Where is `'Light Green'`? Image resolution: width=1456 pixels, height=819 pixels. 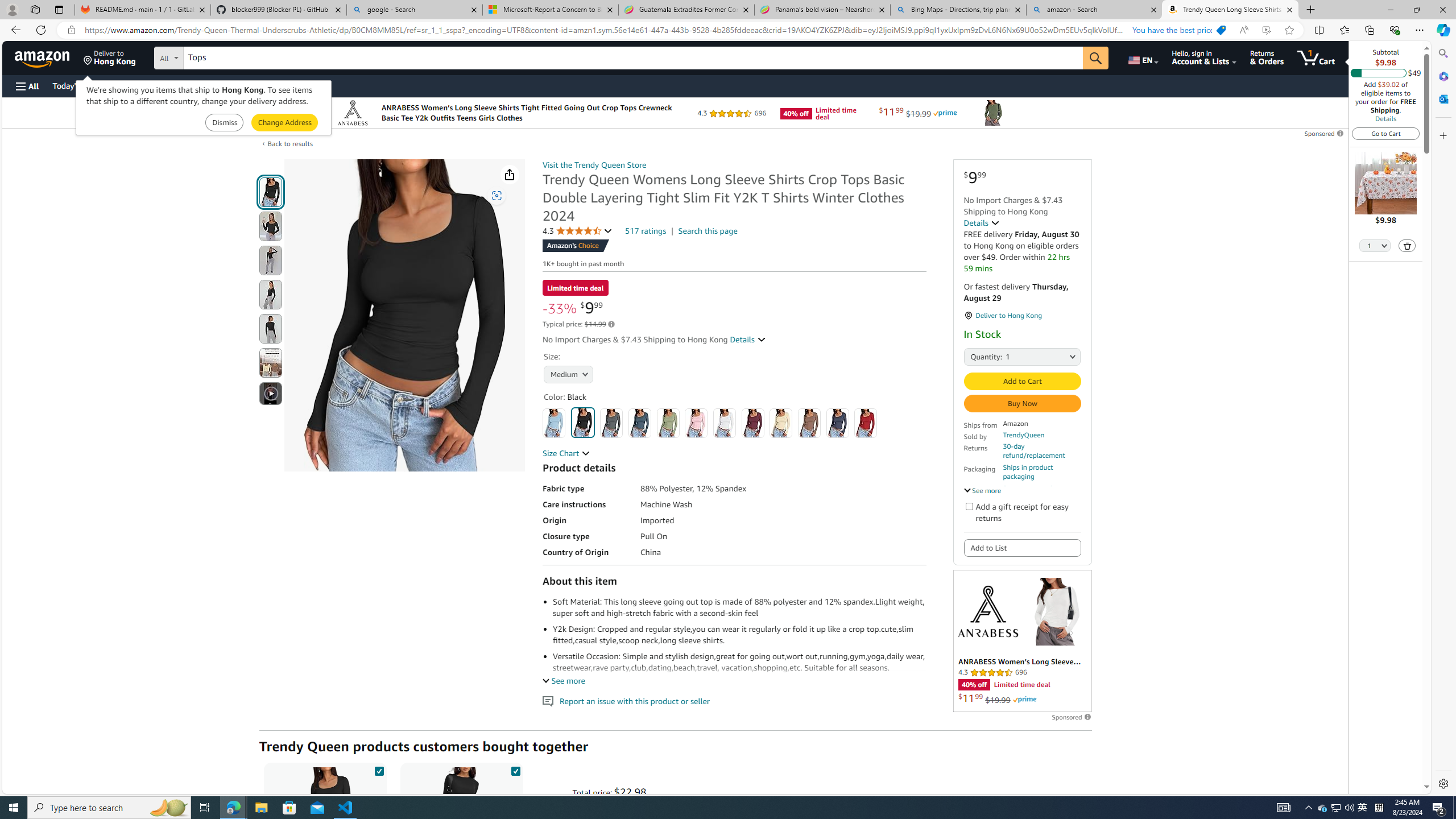
'Light Green' is located at coordinates (667, 422).